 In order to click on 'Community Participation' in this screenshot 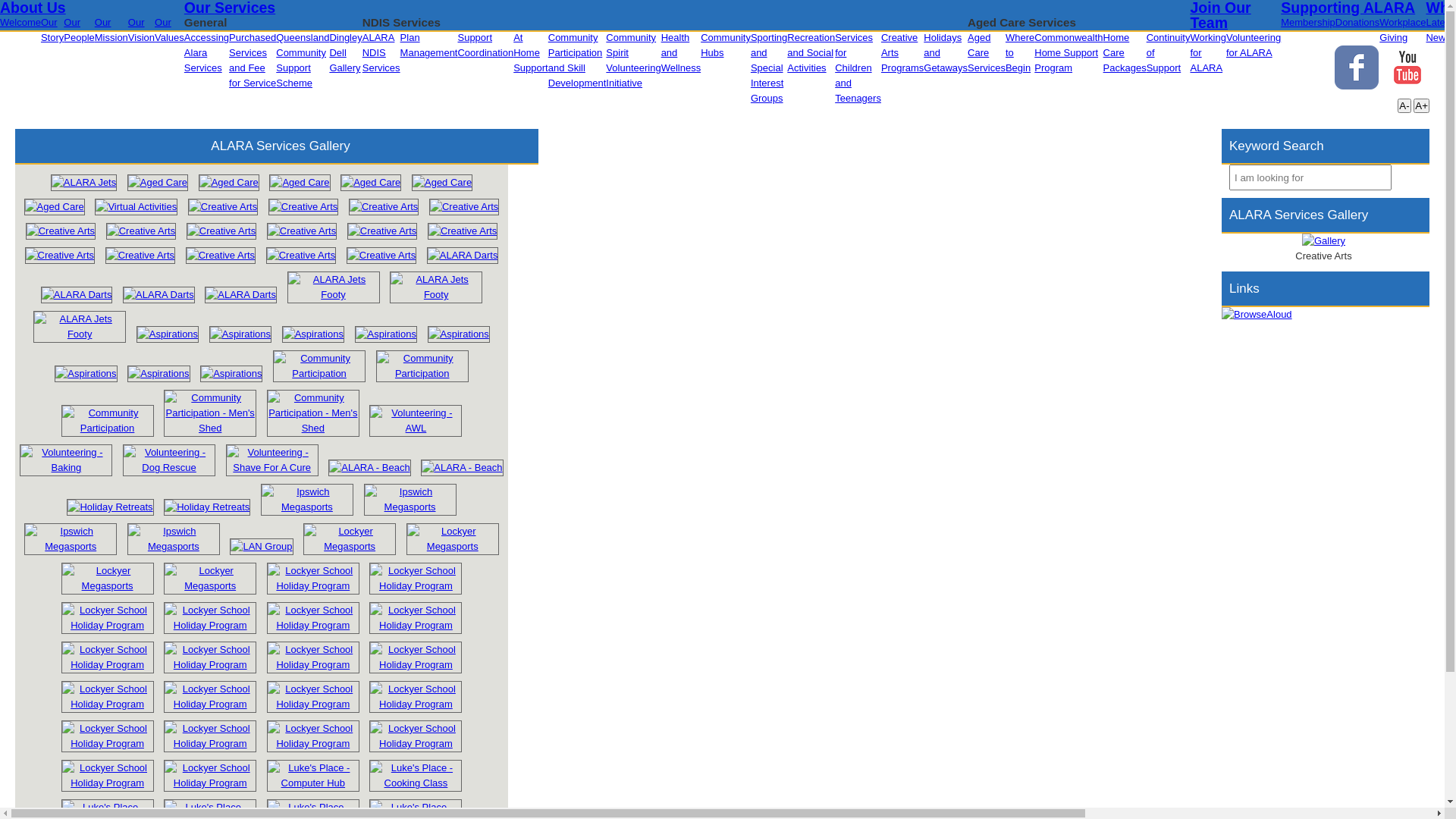, I will do `click(318, 373)`.